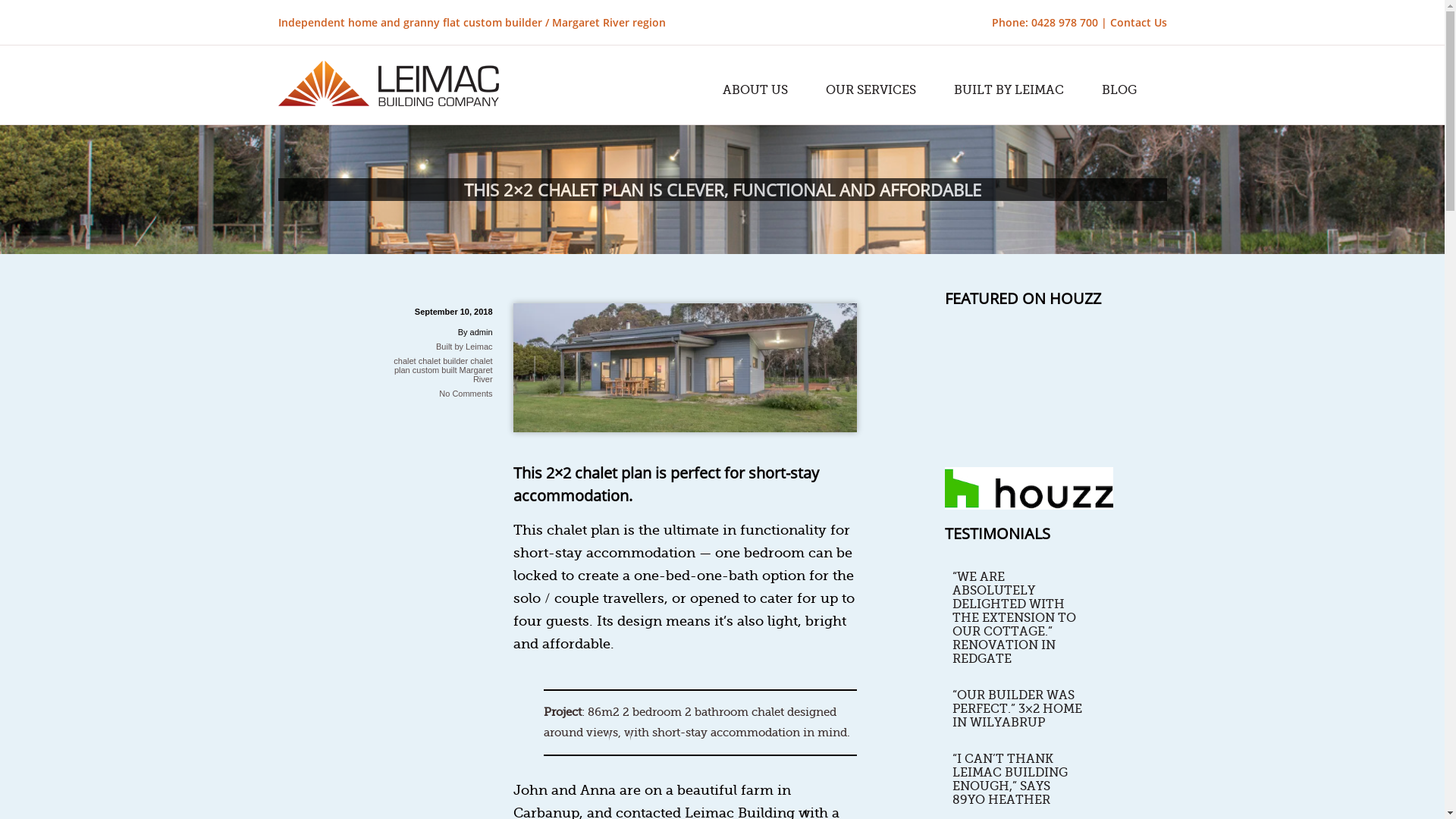 The height and width of the screenshot is (819, 1456). What do you see at coordinates (713, 90) in the screenshot?
I see `'ABOUT US'` at bounding box center [713, 90].